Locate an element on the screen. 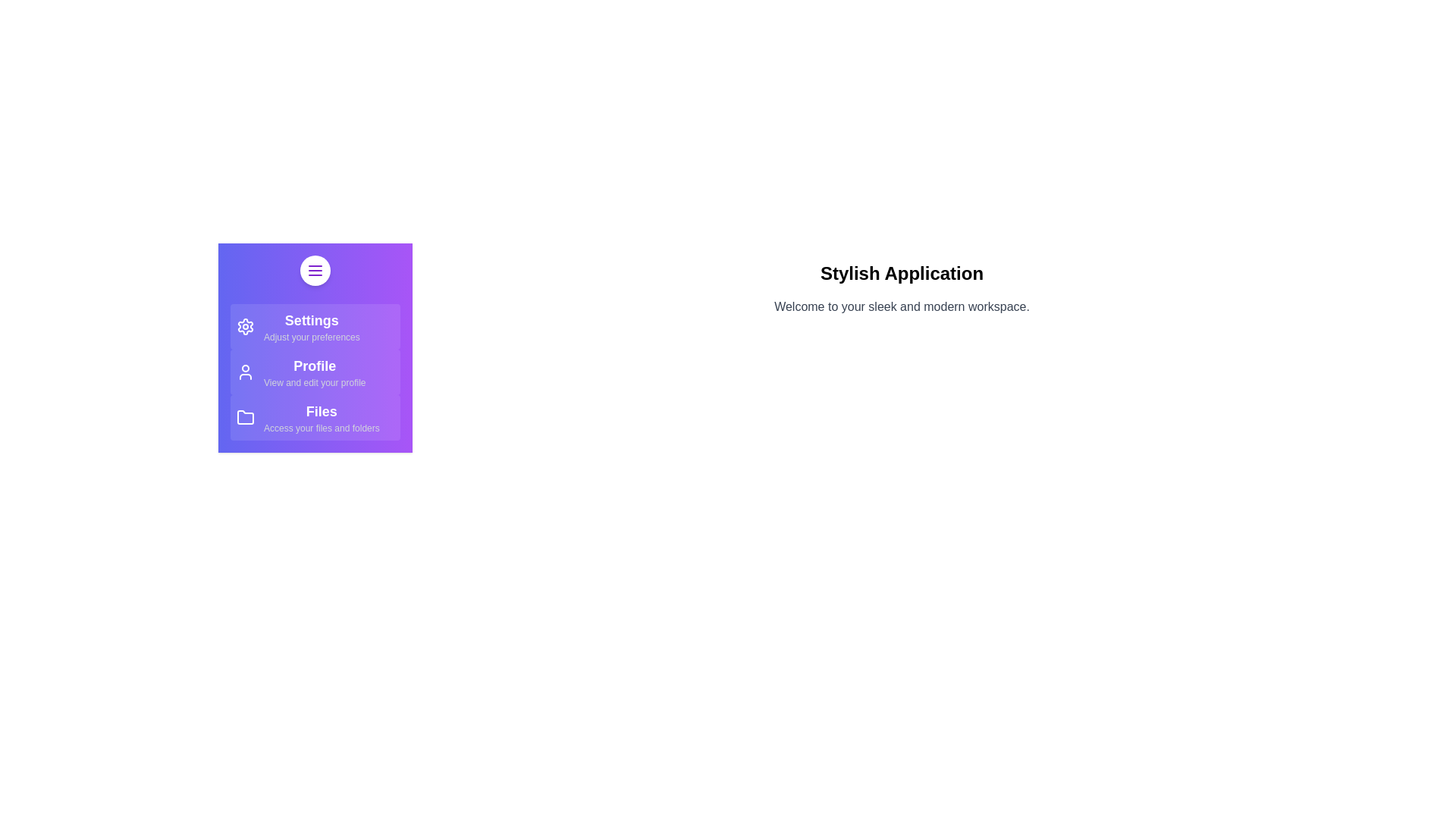 The width and height of the screenshot is (1456, 819). the 'Files' item in the StylishDrawer component is located at coordinates (315, 418).